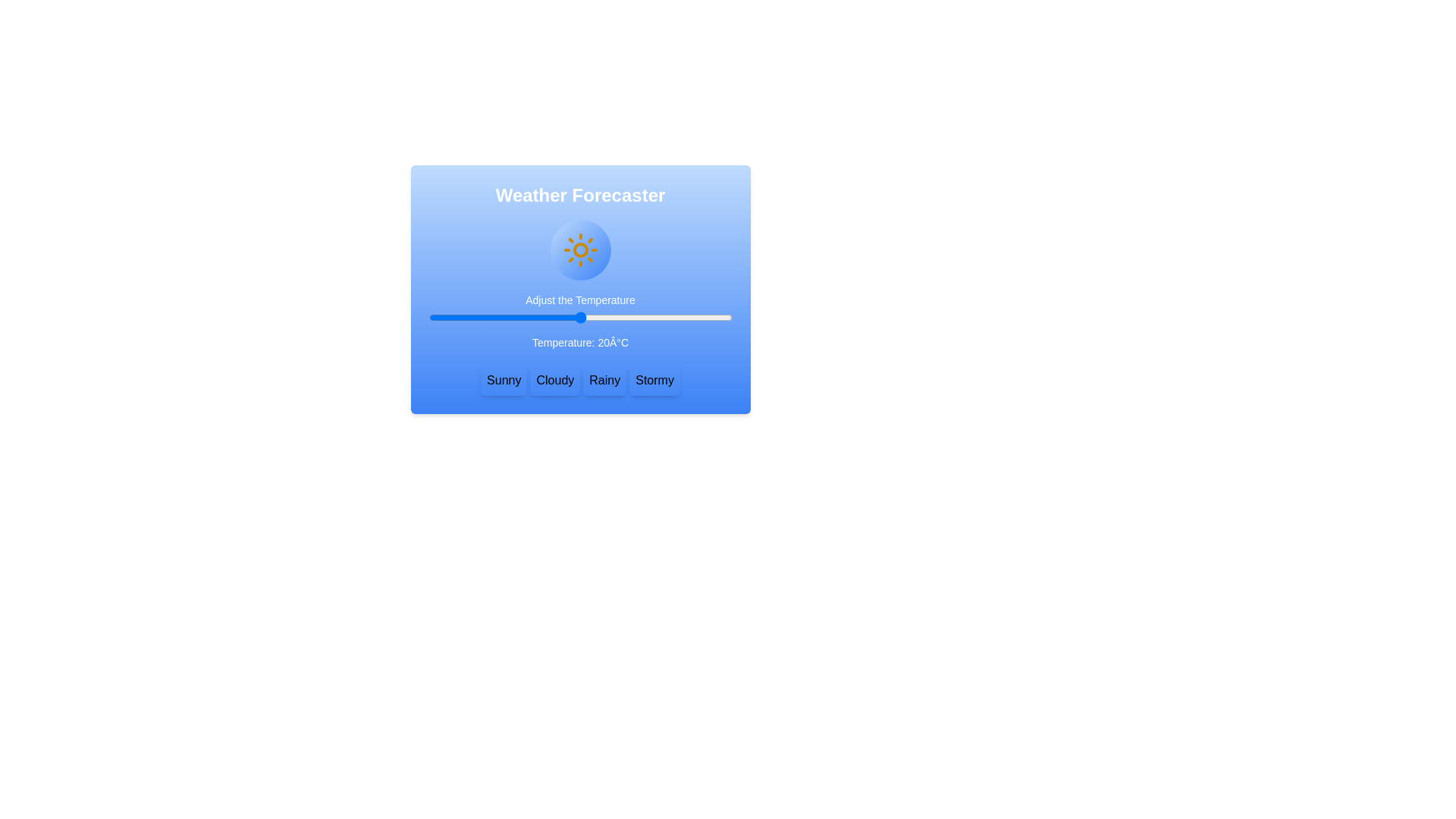 The width and height of the screenshot is (1456, 819). Describe the element at coordinates (654, 379) in the screenshot. I see `button labeled Stormy to set the weather type` at that location.